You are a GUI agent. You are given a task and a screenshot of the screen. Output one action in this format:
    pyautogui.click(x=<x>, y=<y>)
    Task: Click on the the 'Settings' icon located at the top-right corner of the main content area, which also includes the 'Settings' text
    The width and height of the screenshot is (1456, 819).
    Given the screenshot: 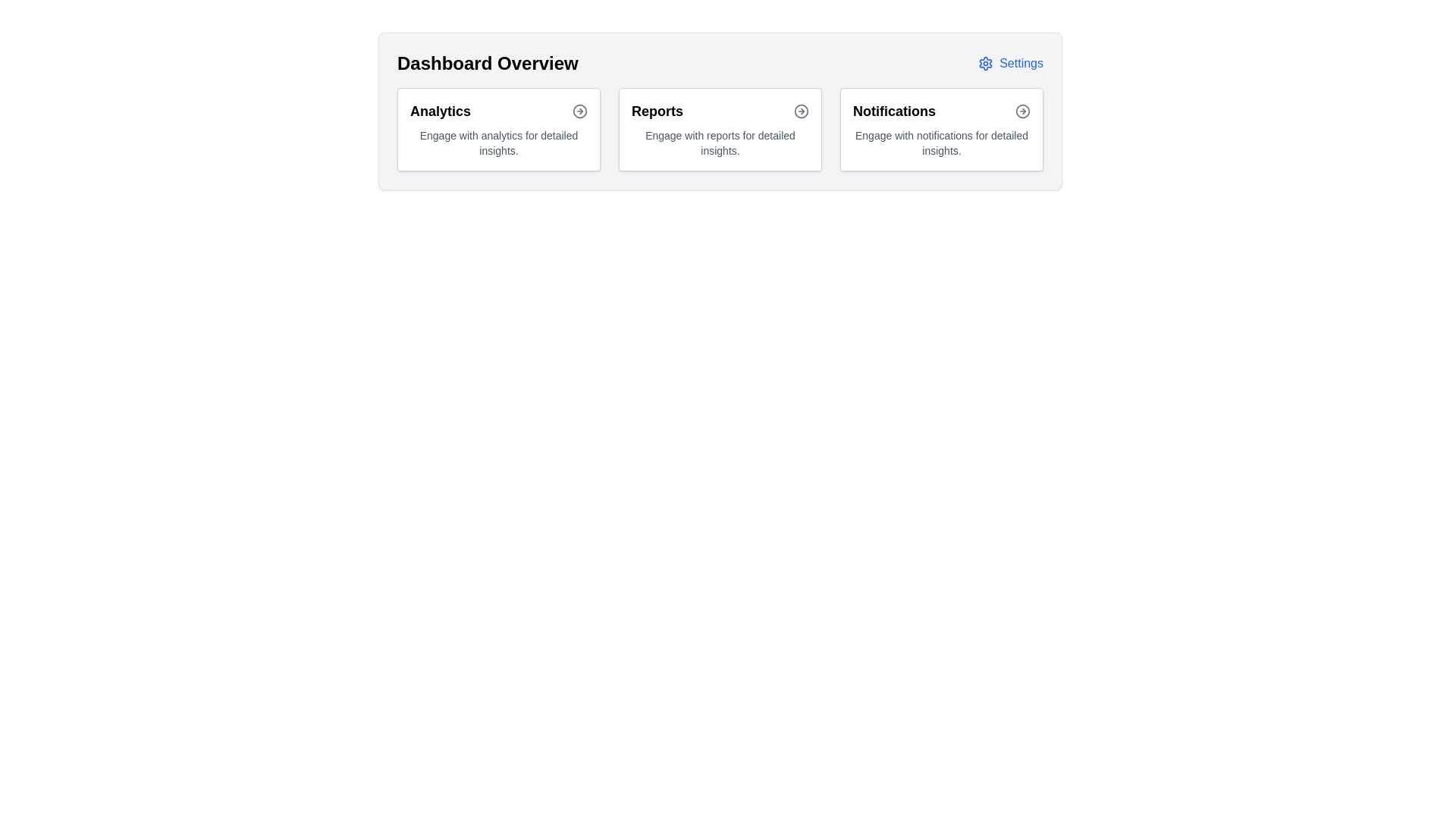 What is the action you would take?
    pyautogui.click(x=986, y=63)
    